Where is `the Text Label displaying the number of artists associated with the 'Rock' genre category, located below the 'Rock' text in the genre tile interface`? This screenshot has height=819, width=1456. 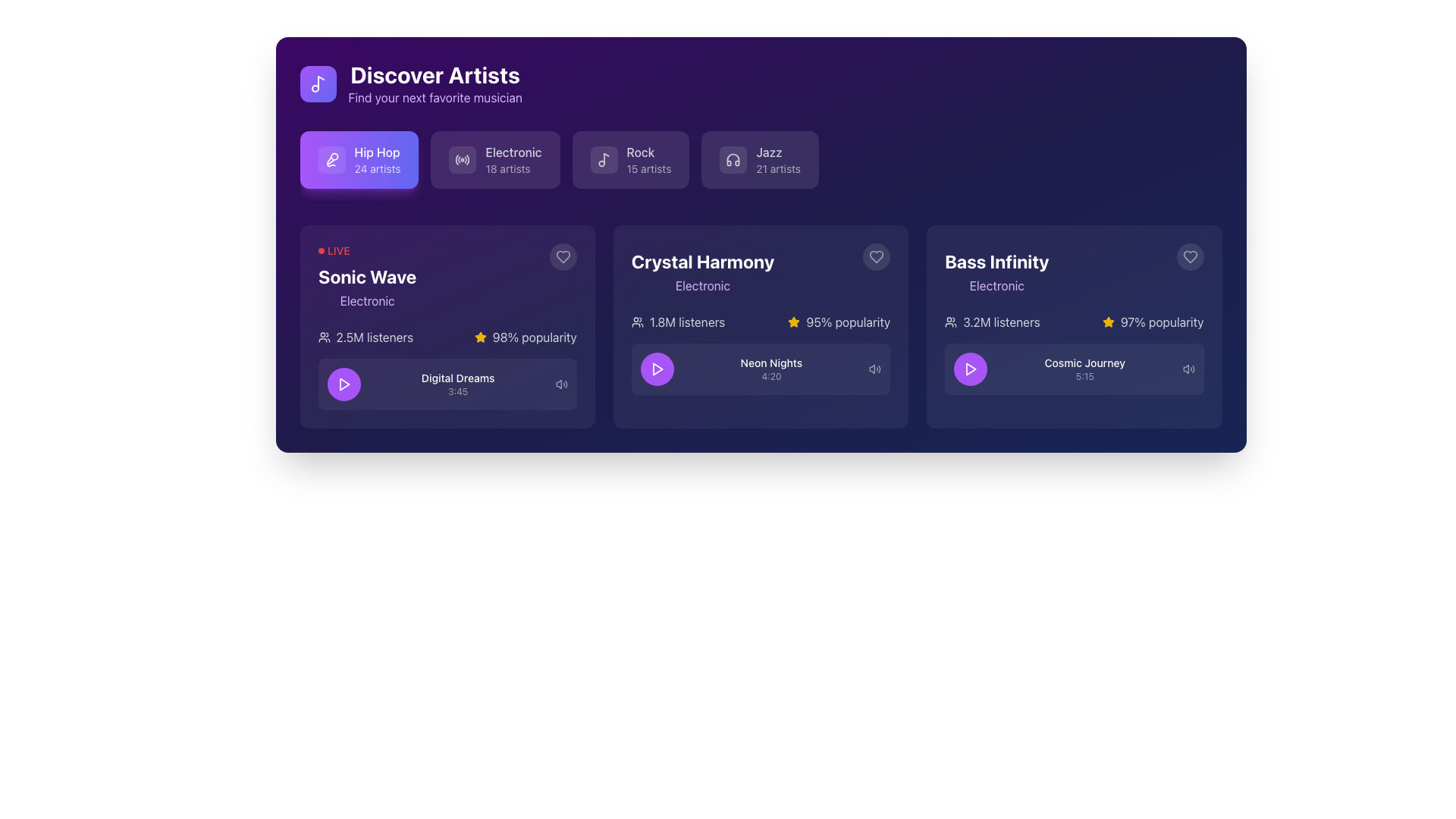 the Text Label displaying the number of artists associated with the 'Rock' genre category, located below the 'Rock' text in the genre tile interface is located at coordinates (648, 169).